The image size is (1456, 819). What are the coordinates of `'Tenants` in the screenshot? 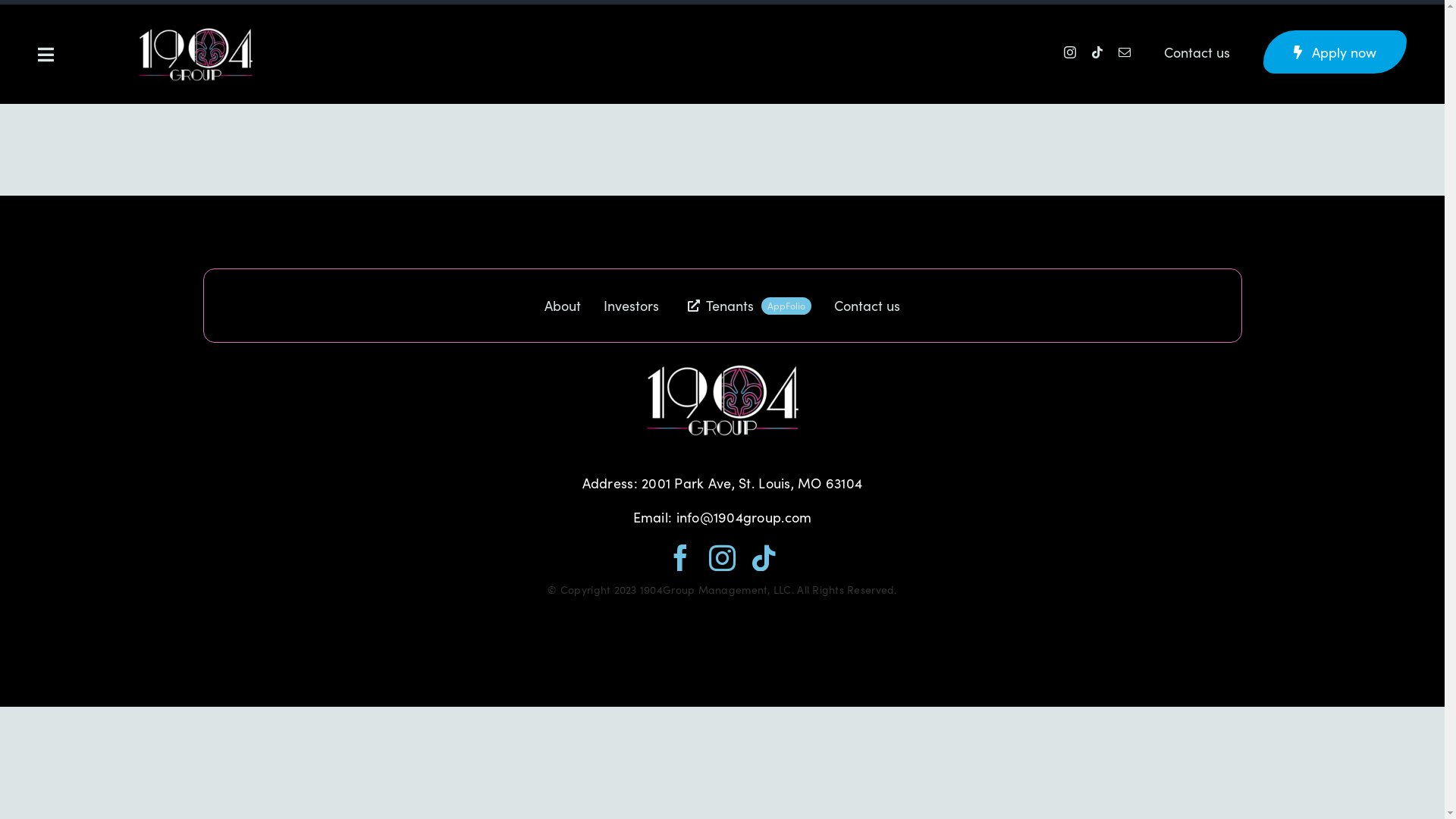 It's located at (680, 306).